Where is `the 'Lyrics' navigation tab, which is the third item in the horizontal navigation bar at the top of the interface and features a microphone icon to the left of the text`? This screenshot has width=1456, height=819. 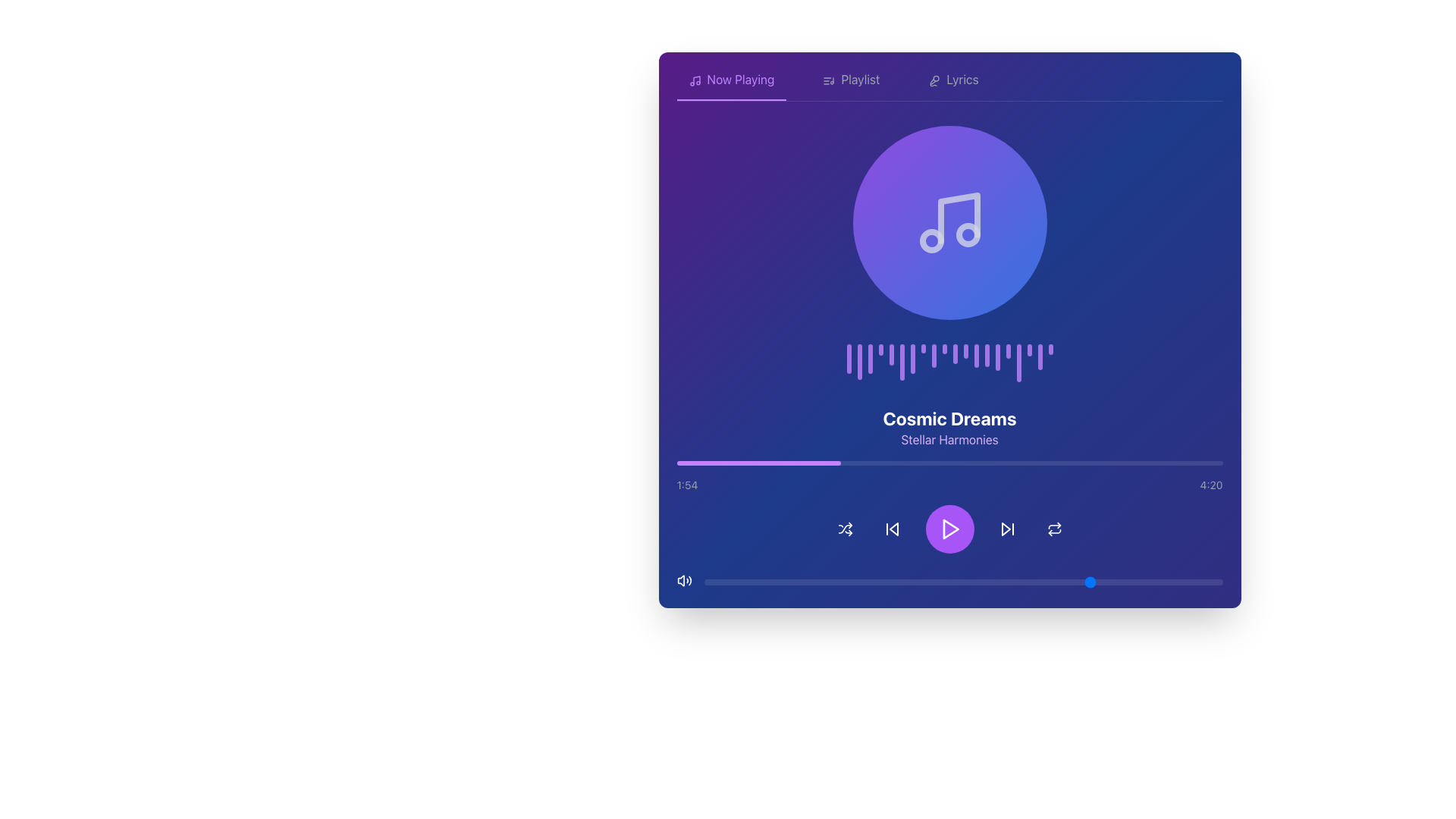
the 'Lyrics' navigation tab, which is the third item in the horizontal navigation bar at the top of the interface and features a microphone icon to the left of the text is located at coordinates (949, 85).